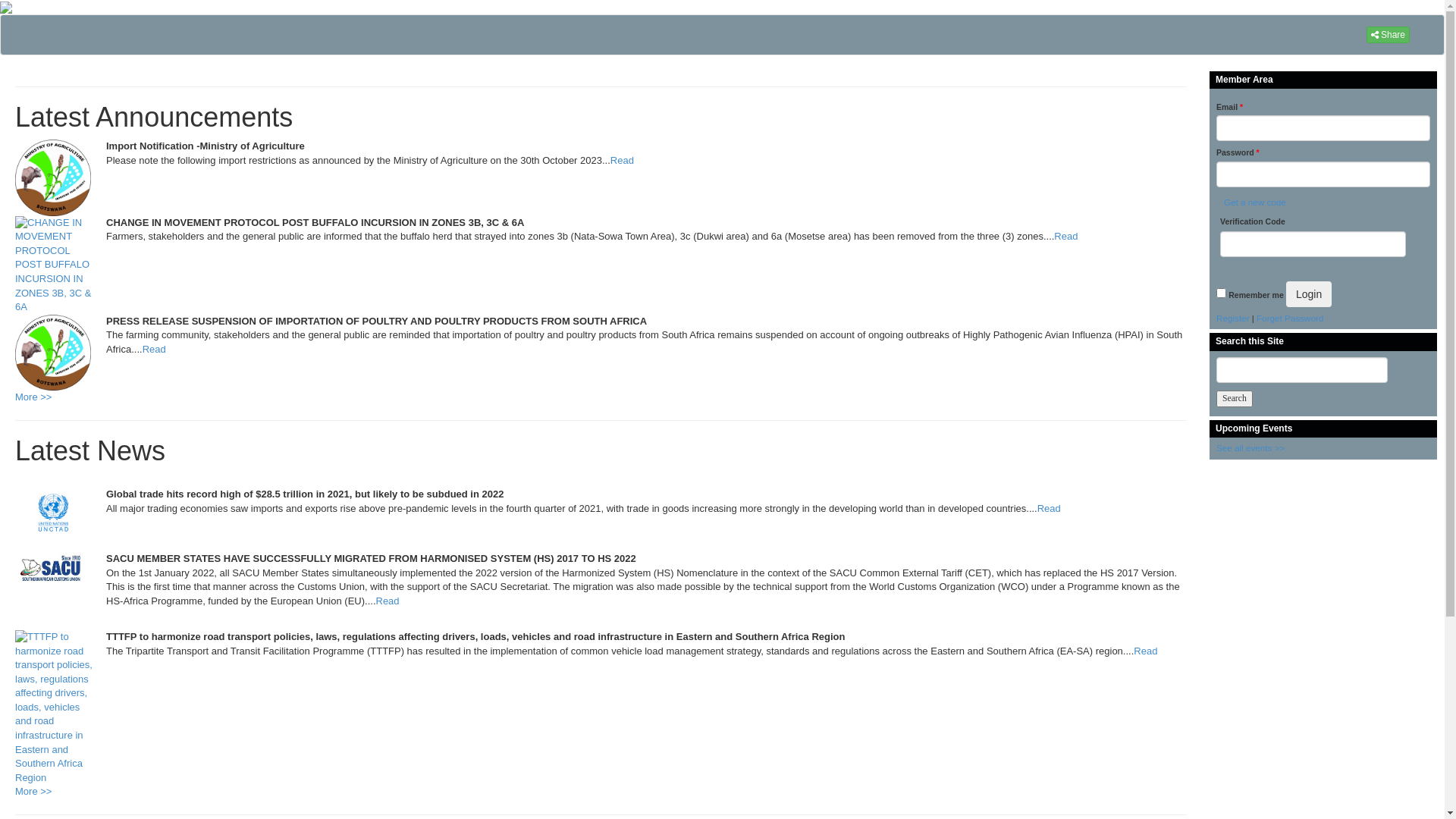  I want to click on 'Read', so click(1145, 650).